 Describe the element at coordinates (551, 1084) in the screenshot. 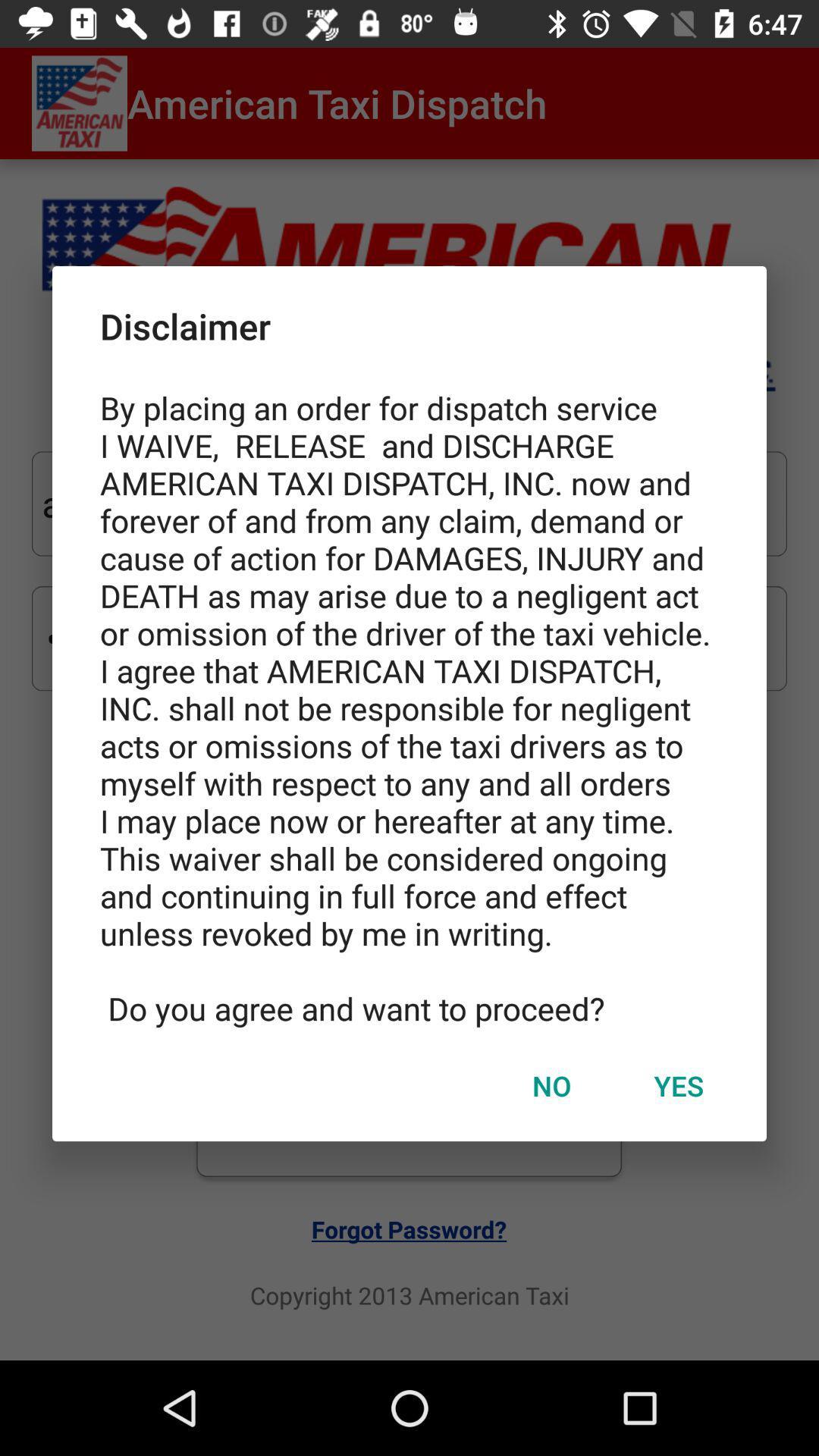

I see `the item next to the yes icon` at that location.